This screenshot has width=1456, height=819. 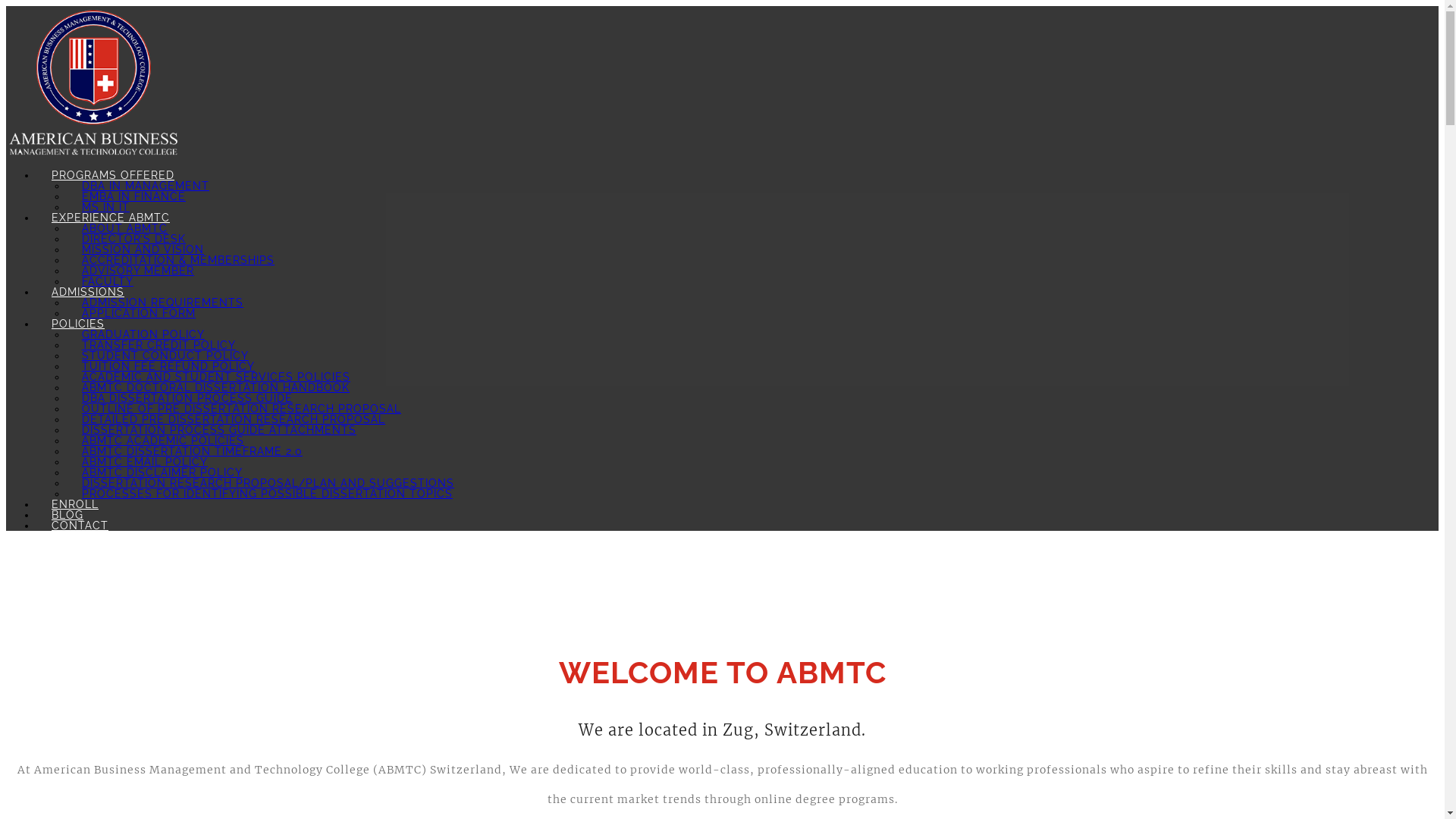 I want to click on 'GRADUATION POLICY', so click(x=143, y=333).